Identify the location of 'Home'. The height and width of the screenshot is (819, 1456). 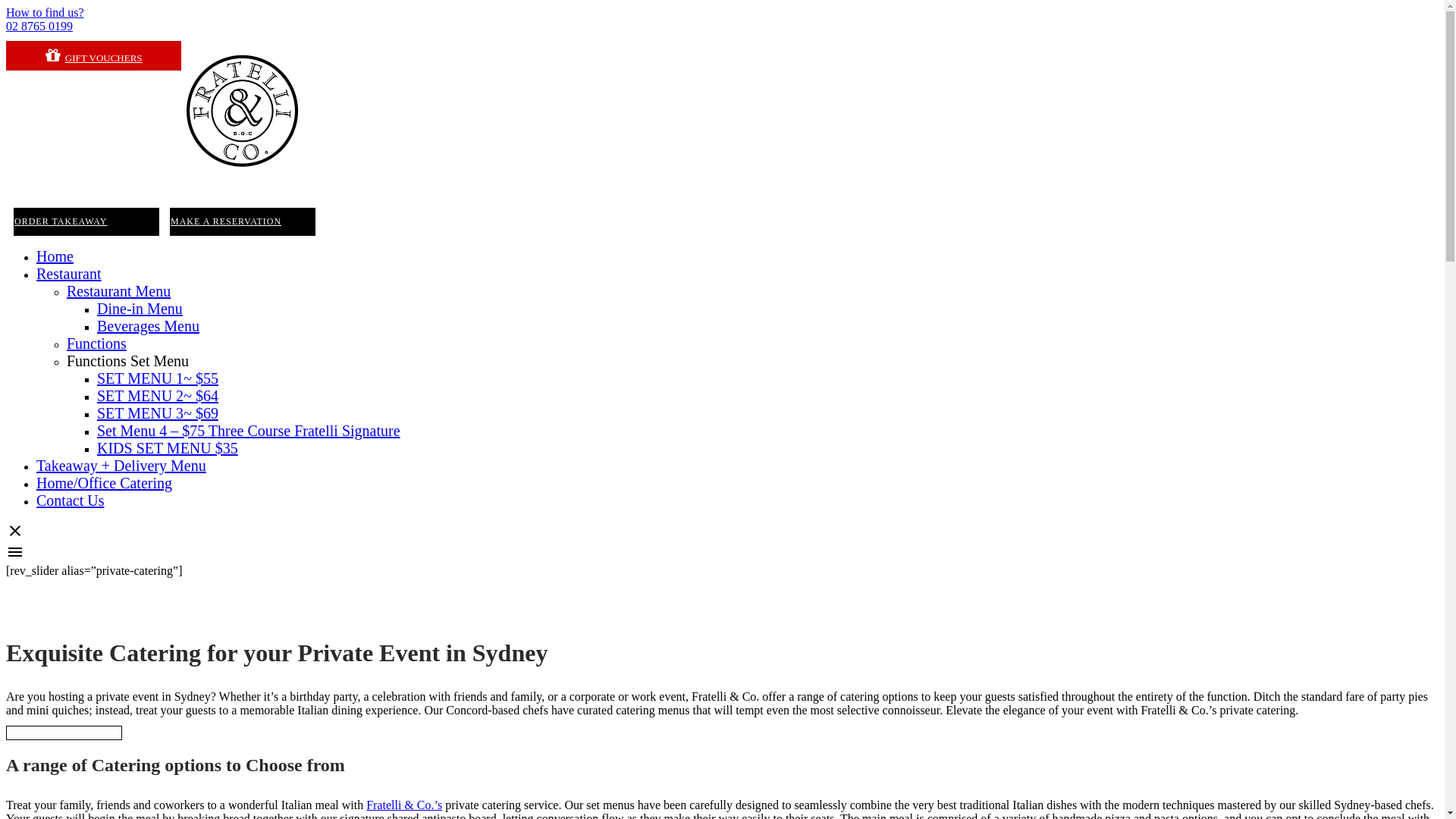
(36, 256).